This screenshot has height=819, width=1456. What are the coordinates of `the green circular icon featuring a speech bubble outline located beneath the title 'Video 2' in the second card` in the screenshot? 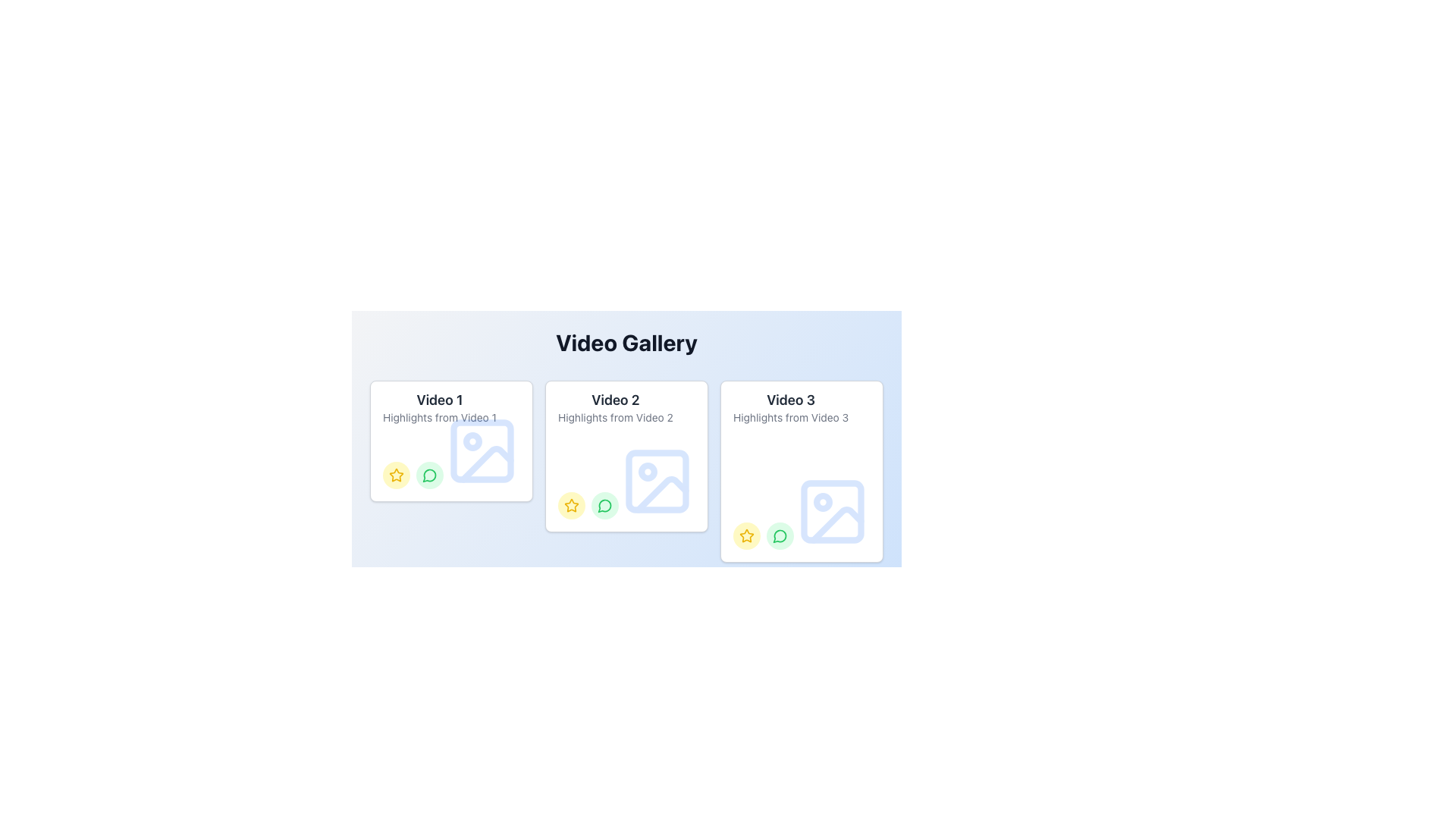 It's located at (604, 506).